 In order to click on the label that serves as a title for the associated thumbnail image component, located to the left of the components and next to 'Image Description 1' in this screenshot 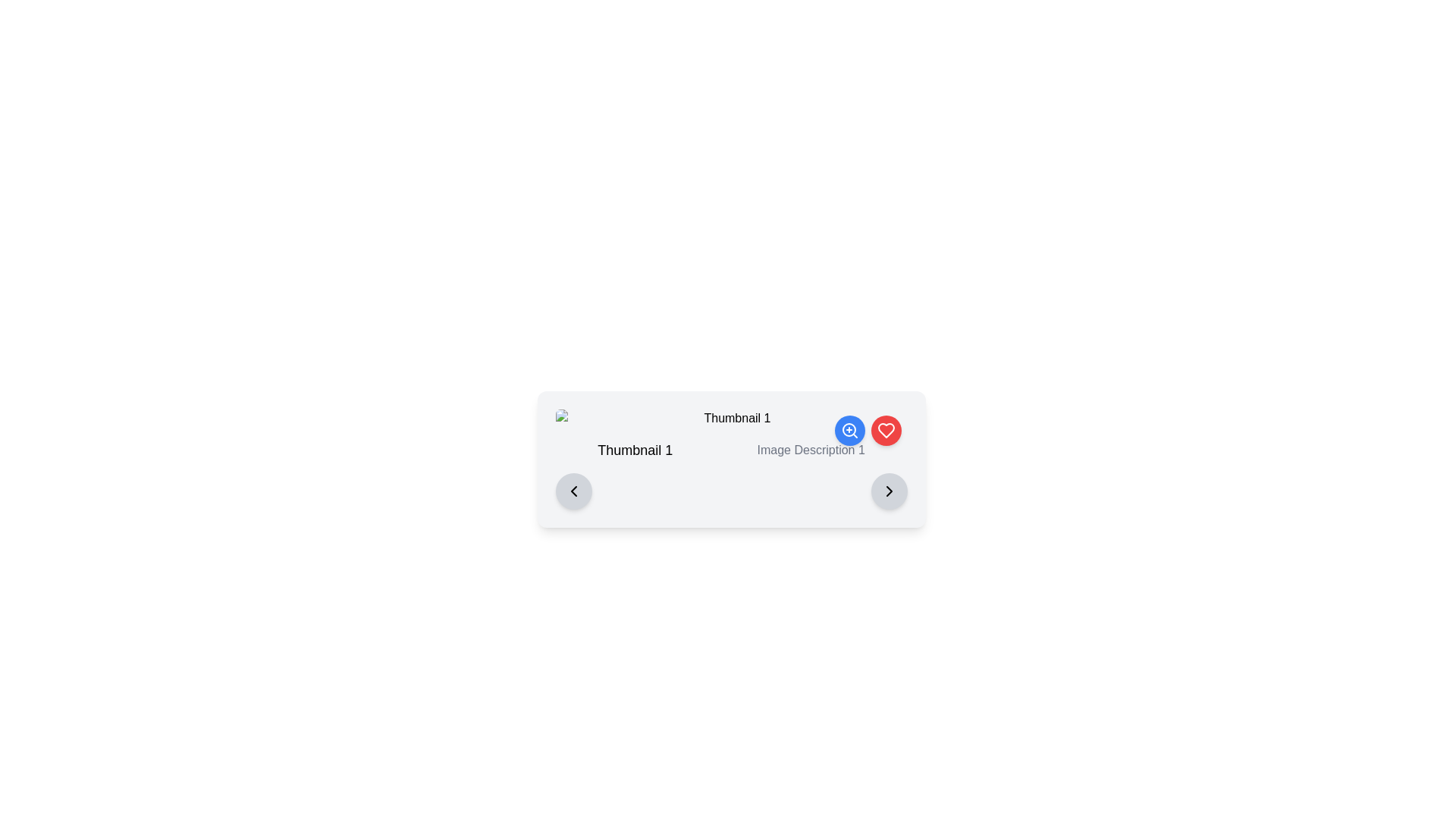, I will do `click(635, 450)`.